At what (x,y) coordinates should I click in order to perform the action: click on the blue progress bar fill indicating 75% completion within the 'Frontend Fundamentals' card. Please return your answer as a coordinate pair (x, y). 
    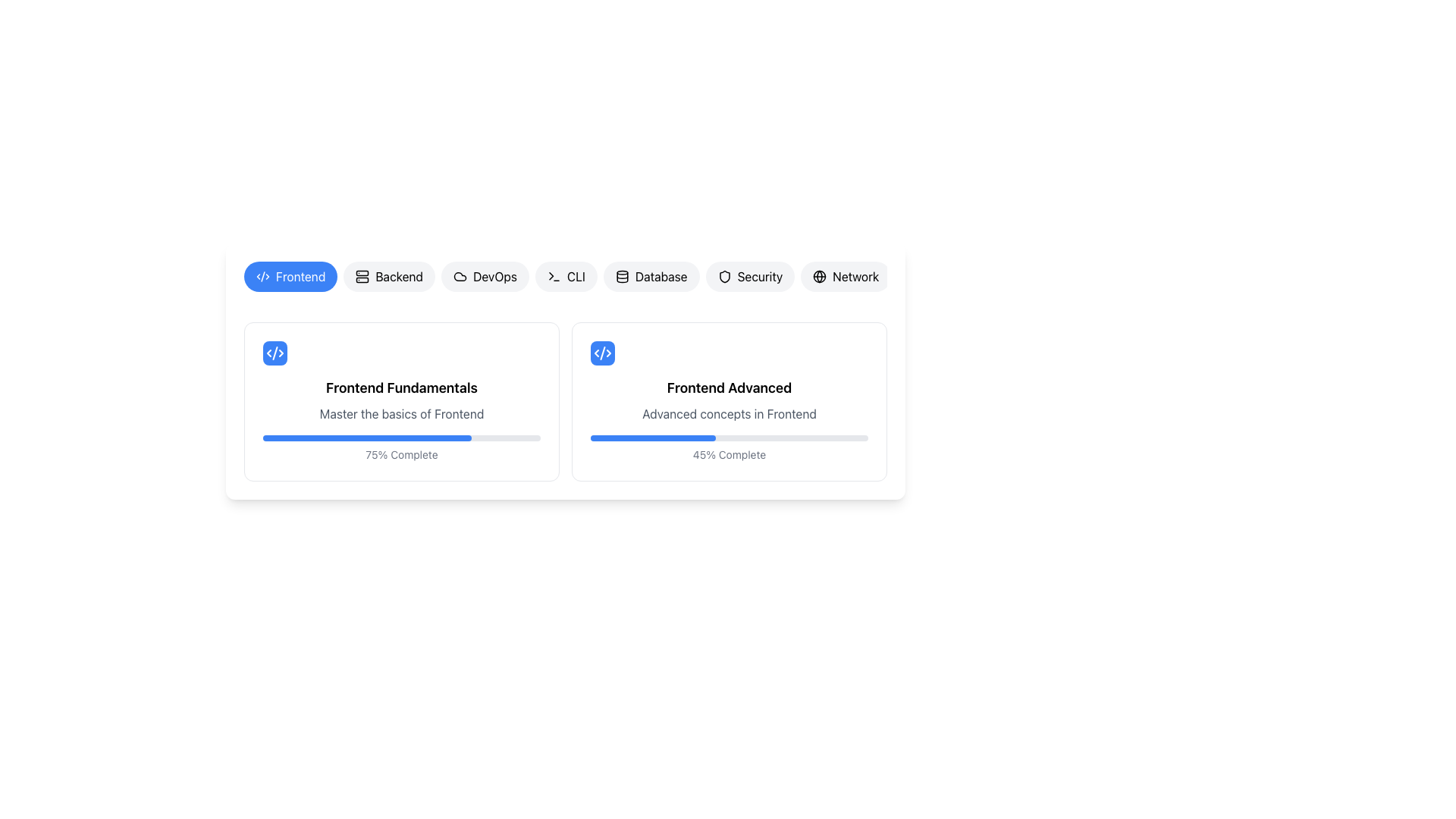
    Looking at the image, I should click on (367, 438).